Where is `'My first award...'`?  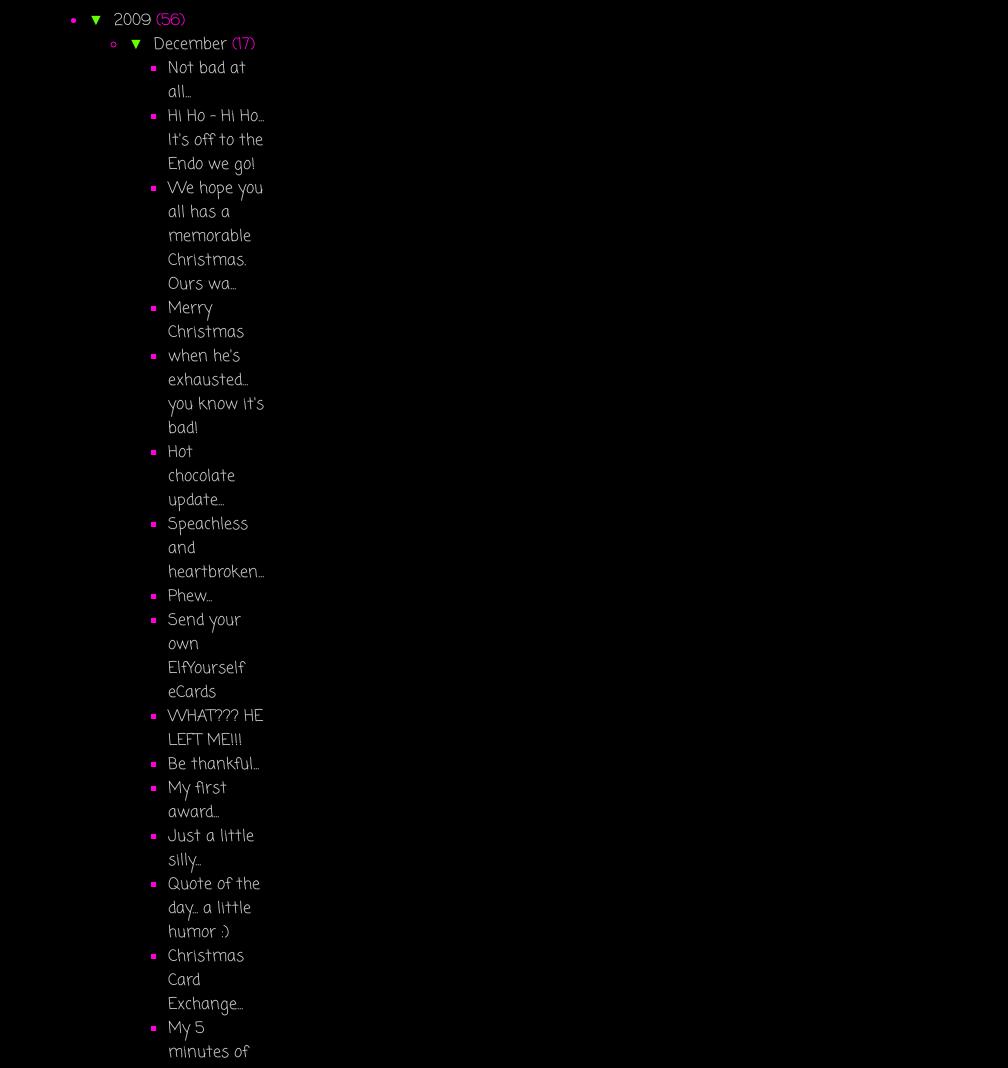
'My first award...' is located at coordinates (197, 800).